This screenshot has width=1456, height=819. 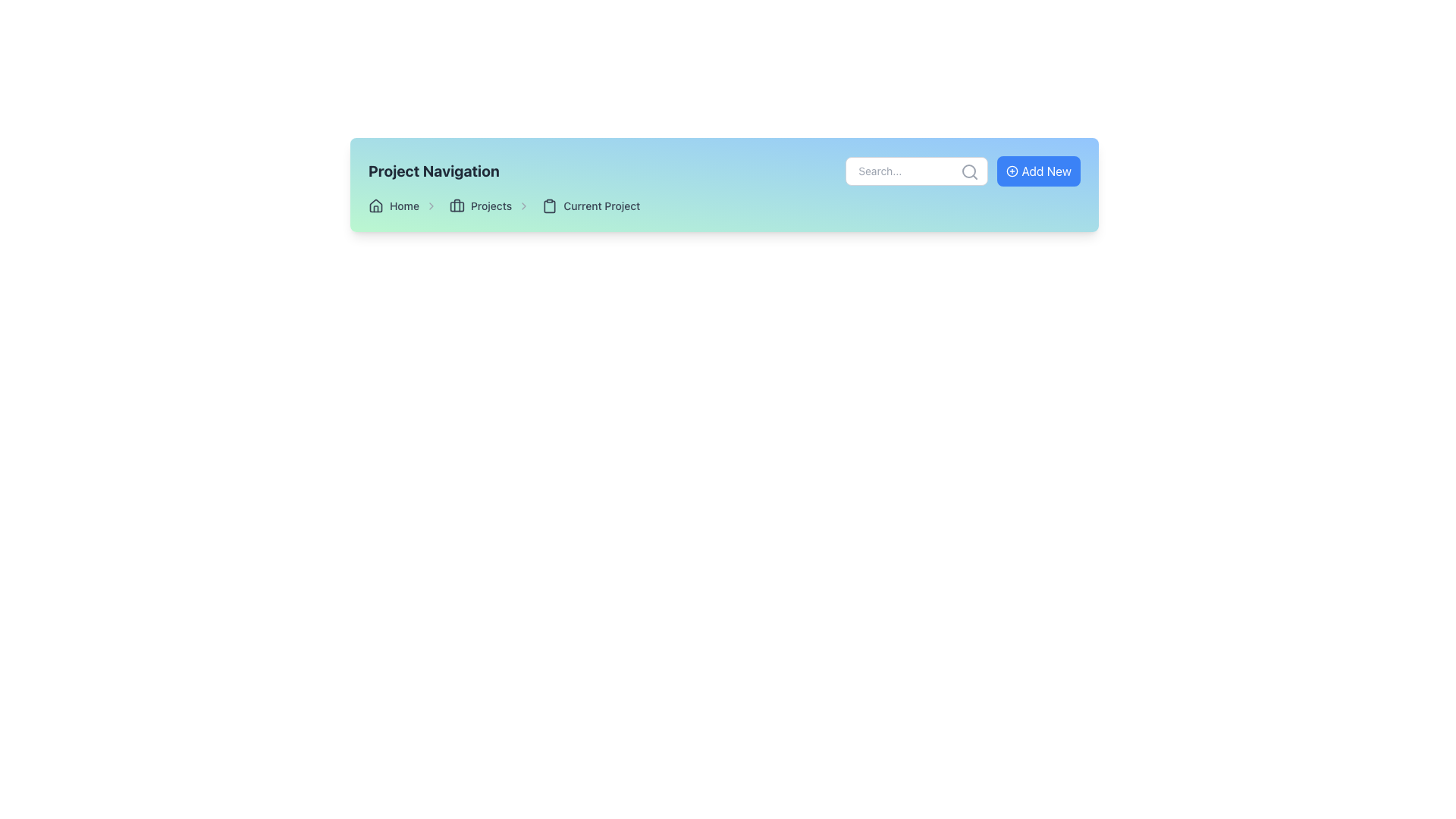 What do you see at coordinates (433, 171) in the screenshot?
I see `the Static Text Display element located in the top-left corner of the header section, which serves as a label or navigation title` at bounding box center [433, 171].